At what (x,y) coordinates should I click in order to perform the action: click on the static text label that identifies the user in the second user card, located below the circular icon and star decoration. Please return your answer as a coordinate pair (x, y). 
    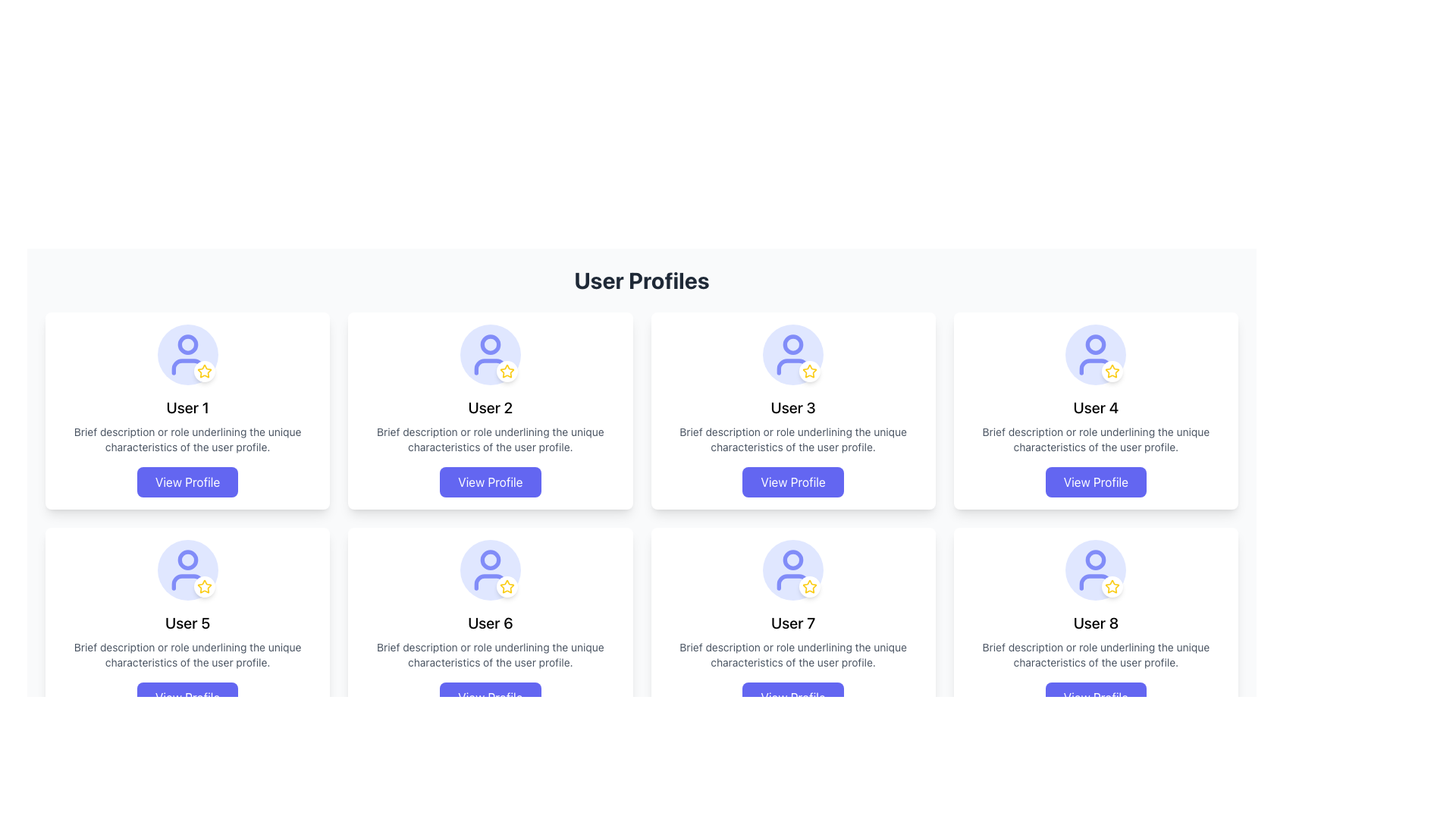
    Looking at the image, I should click on (490, 406).